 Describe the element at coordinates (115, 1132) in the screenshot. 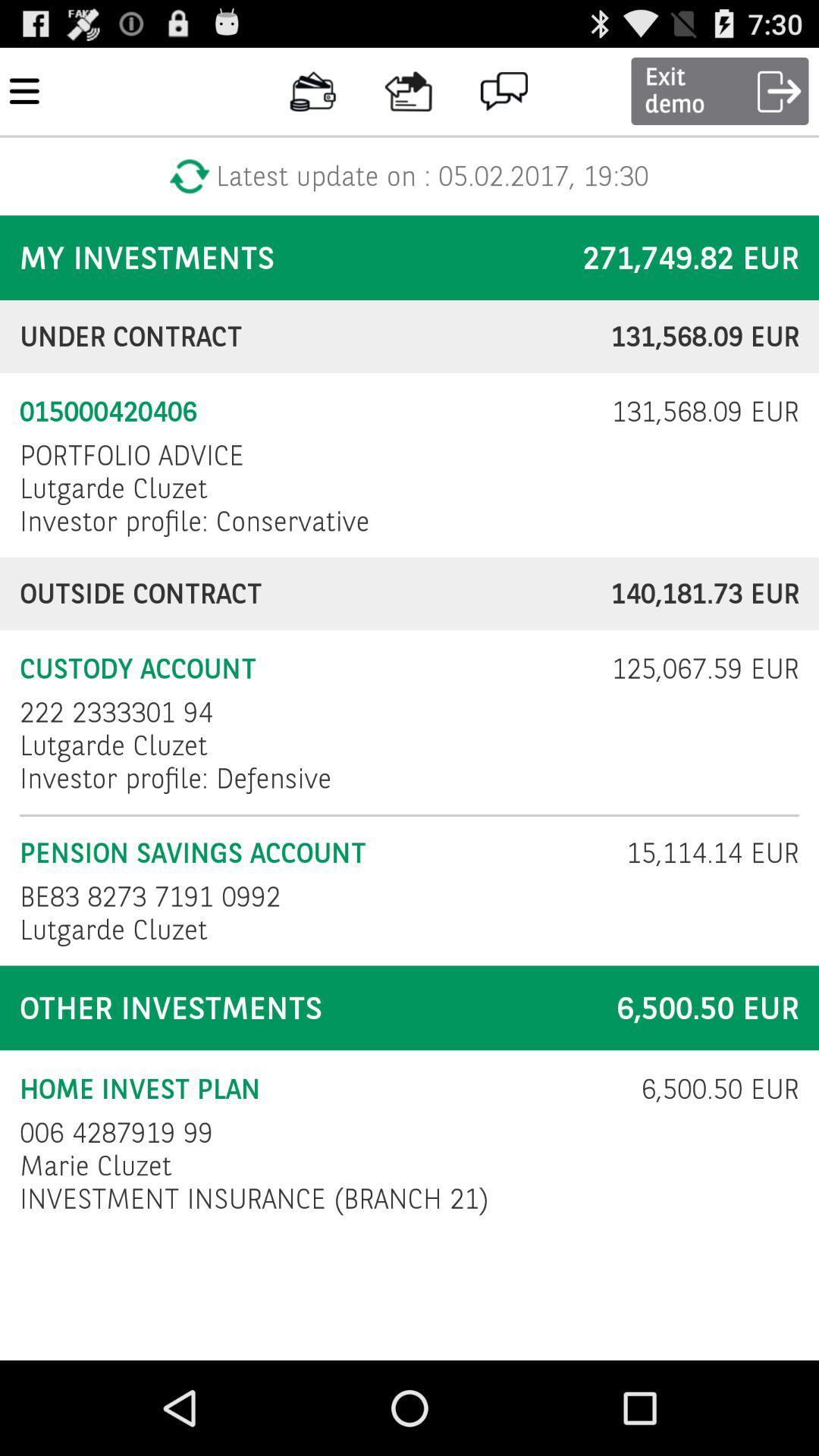

I see `item below the home invest plan icon` at that location.